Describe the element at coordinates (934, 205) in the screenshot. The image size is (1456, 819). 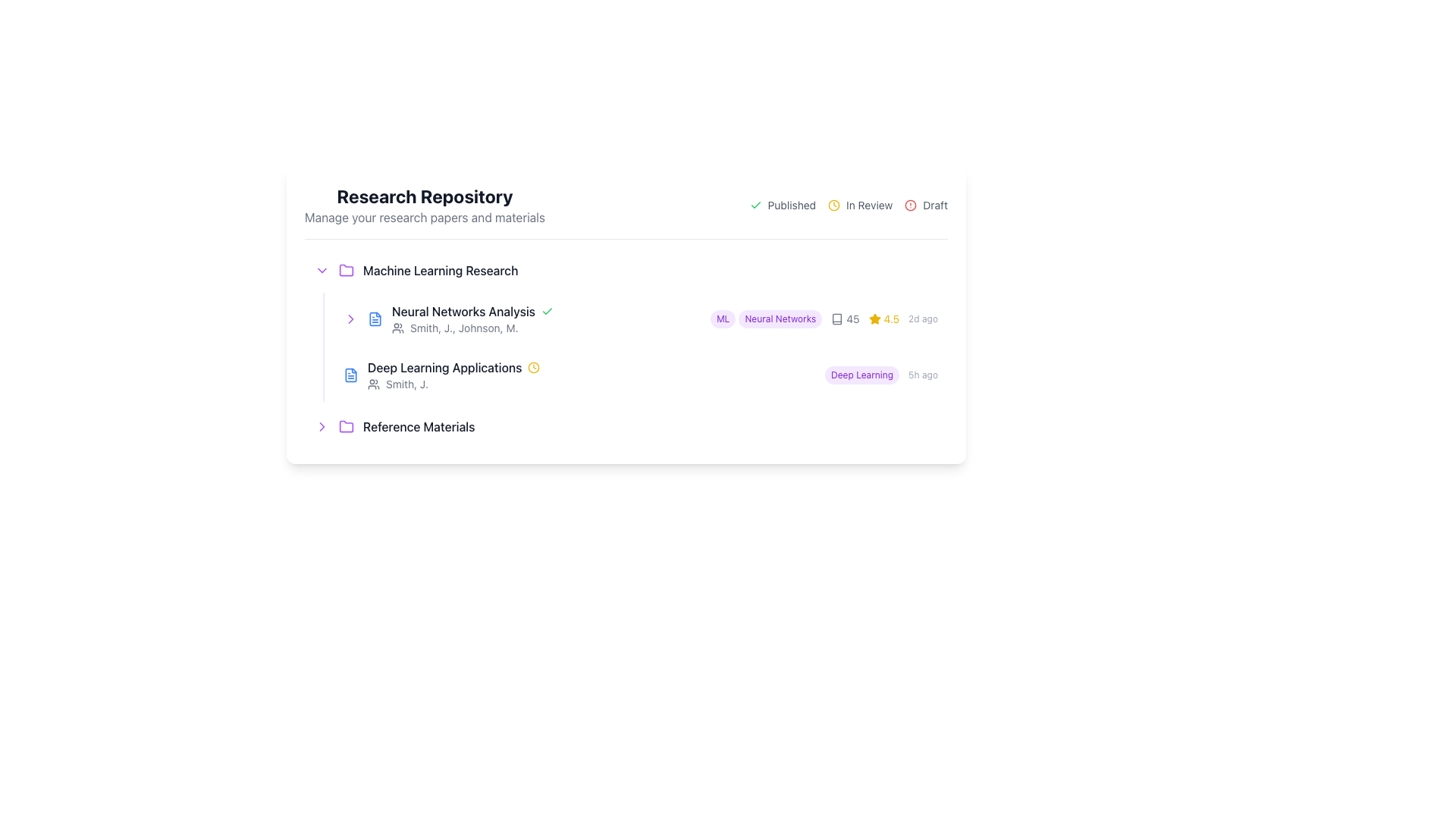
I see `the static text label displaying 'Draft' located in the top-right part of the interface, near status indicators like 'Published' and 'In Review'` at that location.